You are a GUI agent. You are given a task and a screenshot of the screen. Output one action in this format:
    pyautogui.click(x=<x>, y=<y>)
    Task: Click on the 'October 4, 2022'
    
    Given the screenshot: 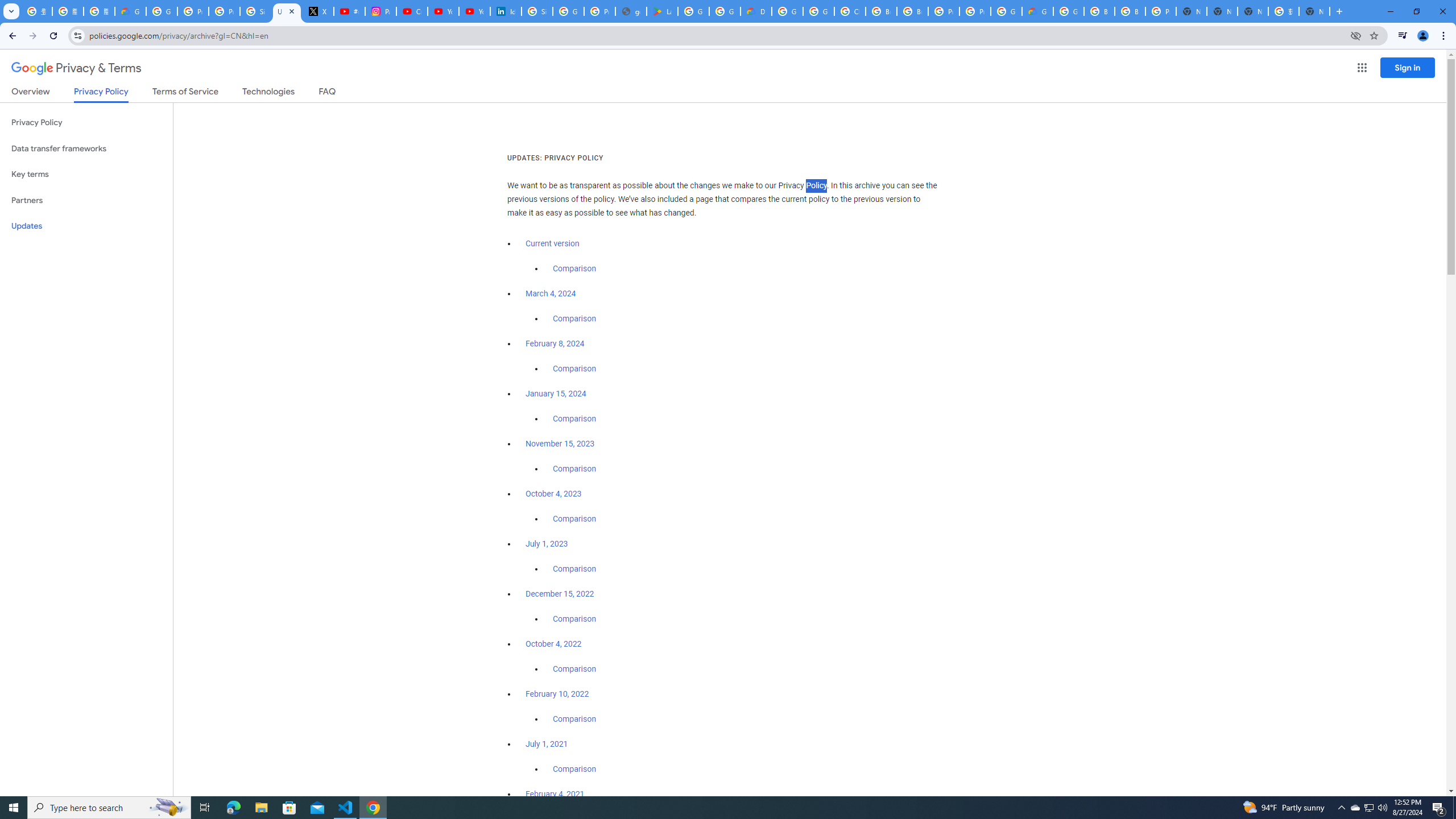 What is the action you would take?
    pyautogui.click(x=554, y=643)
    